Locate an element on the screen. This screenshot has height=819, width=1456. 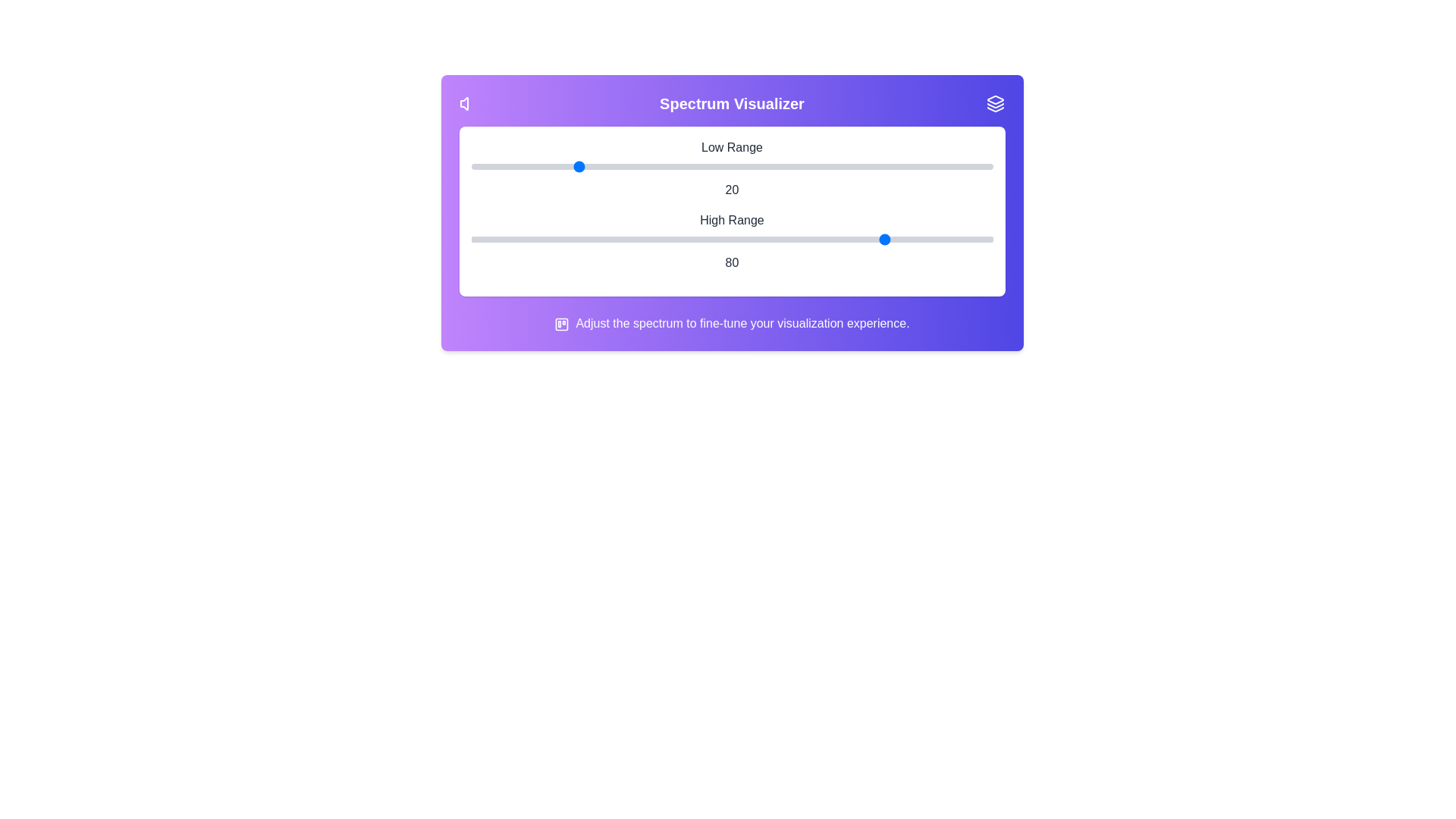
the high range slider to 37 is located at coordinates (664, 239).